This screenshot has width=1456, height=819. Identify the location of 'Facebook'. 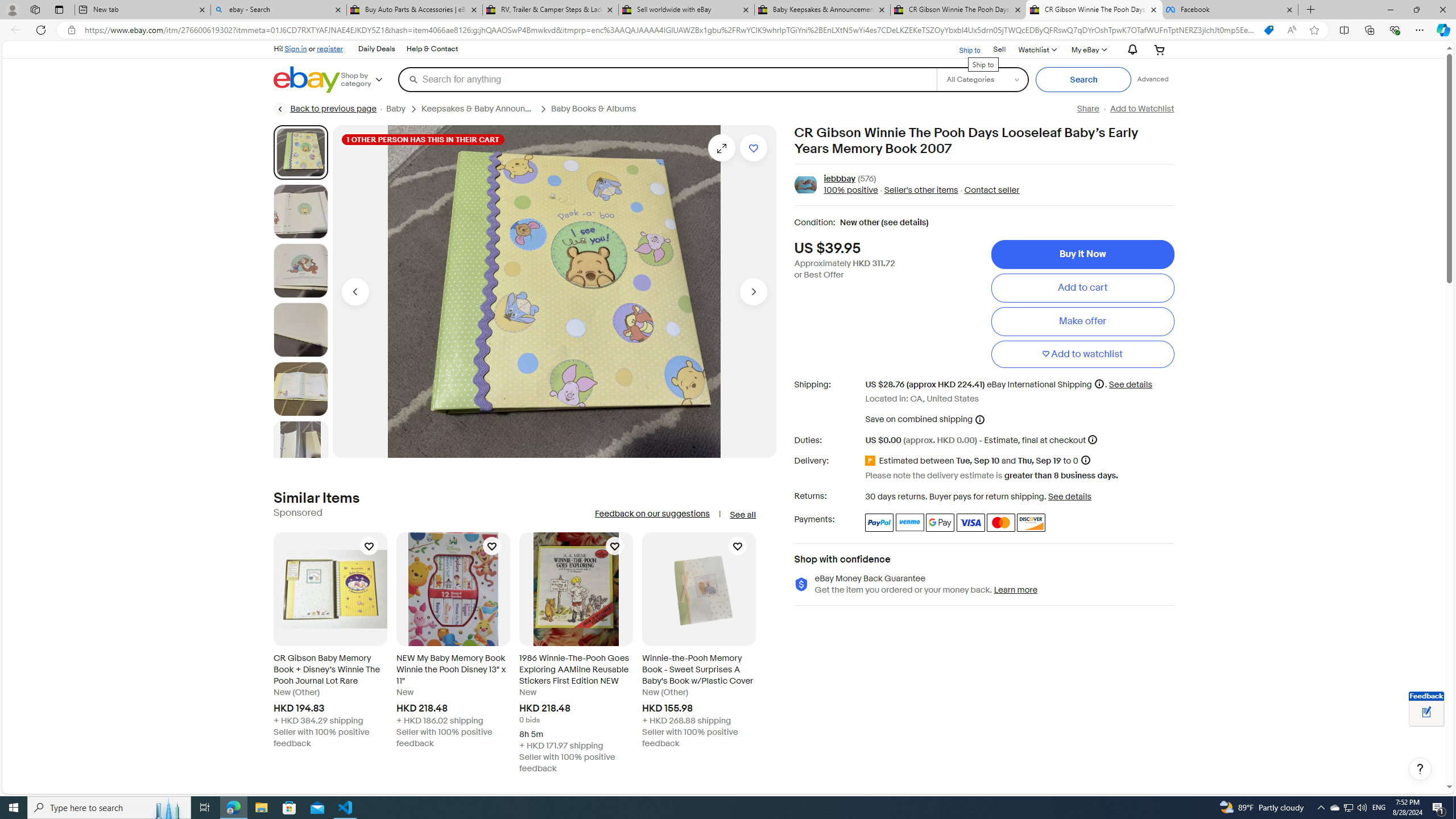
(1230, 9).